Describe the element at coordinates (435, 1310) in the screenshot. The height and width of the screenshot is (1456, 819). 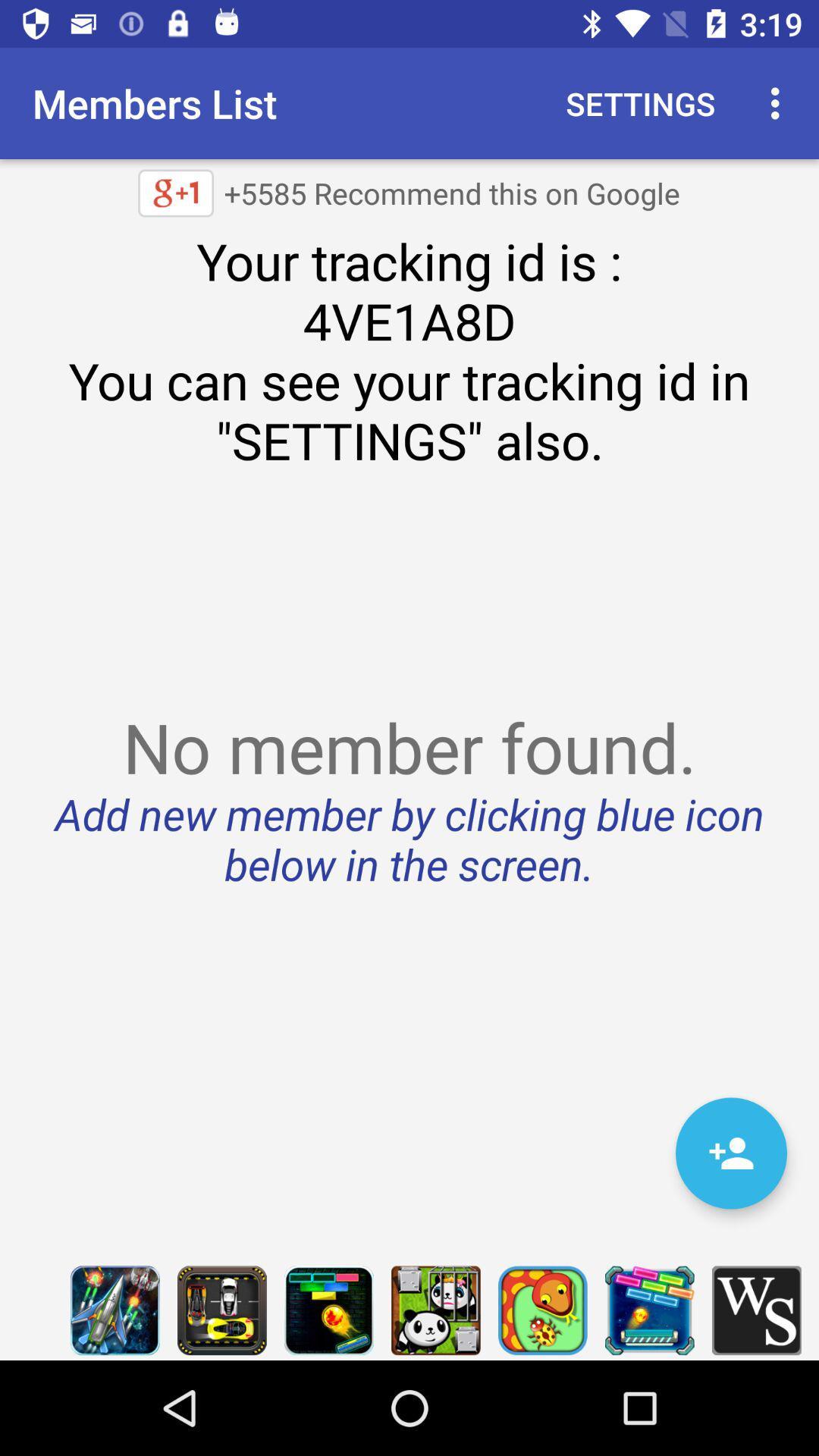
I see `navigate to advertised application` at that location.